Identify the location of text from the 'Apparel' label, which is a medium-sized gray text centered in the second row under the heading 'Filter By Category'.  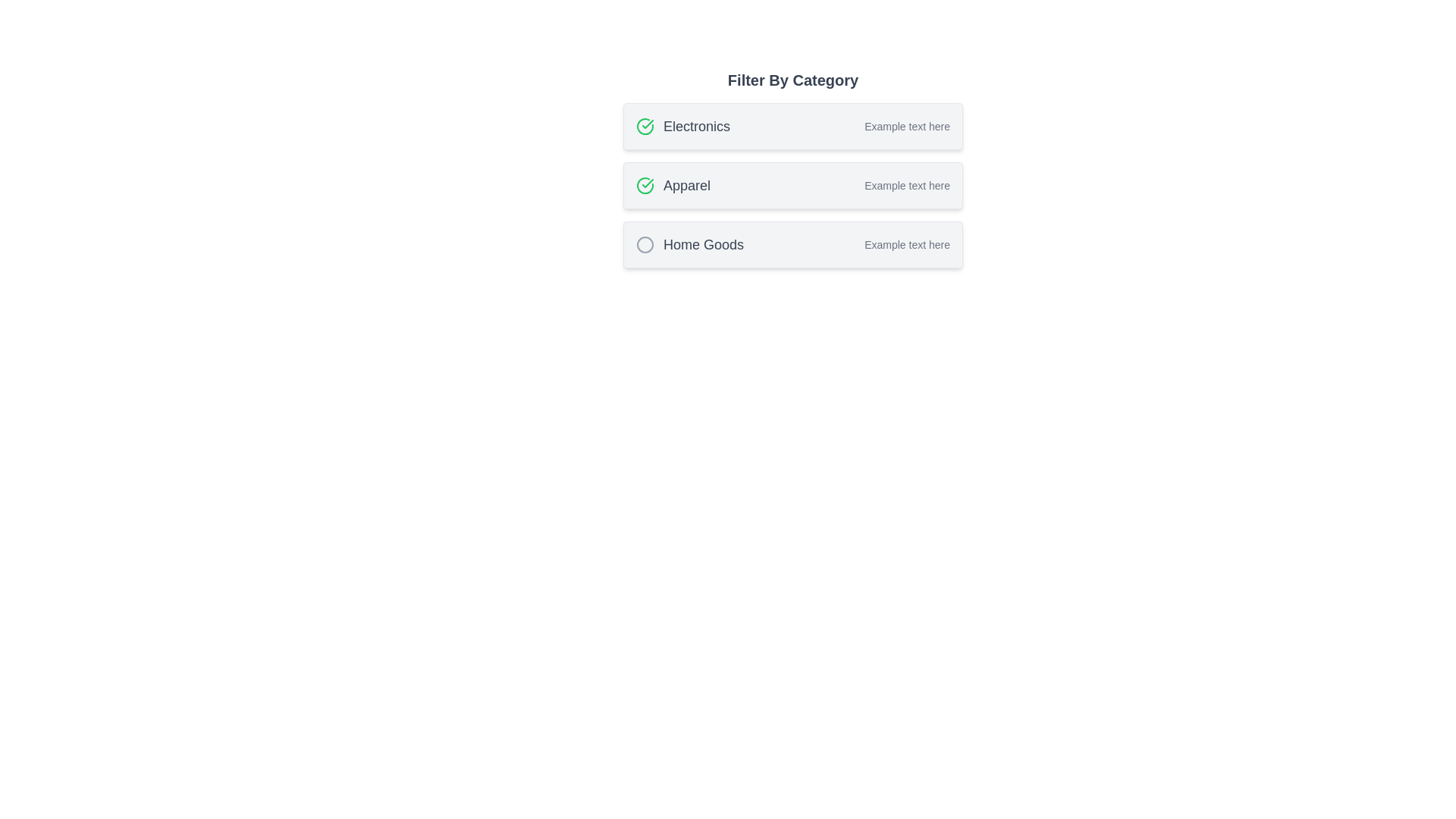
(686, 185).